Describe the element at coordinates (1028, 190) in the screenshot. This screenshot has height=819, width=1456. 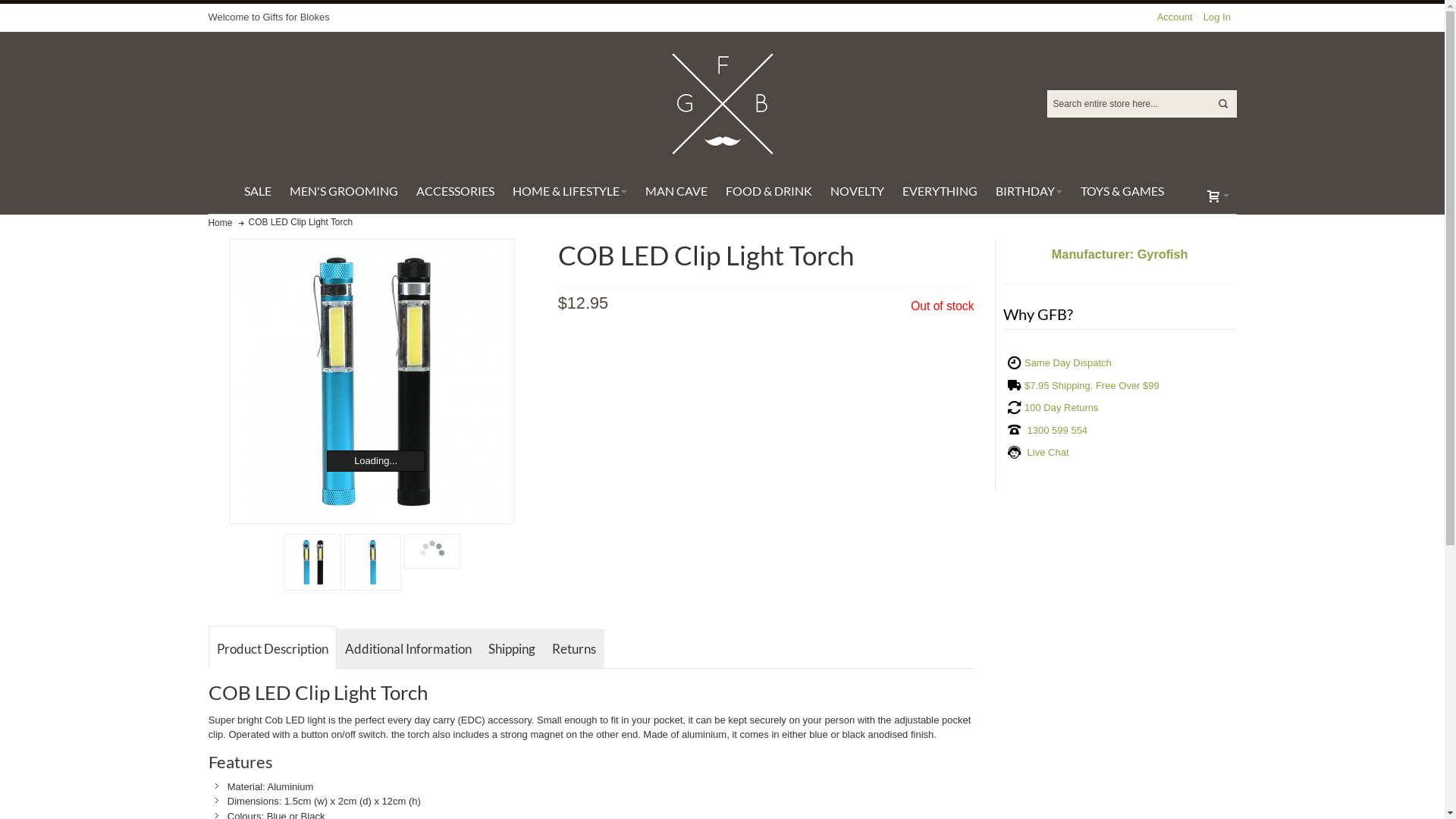
I see `'BIRTHDAY '` at that location.